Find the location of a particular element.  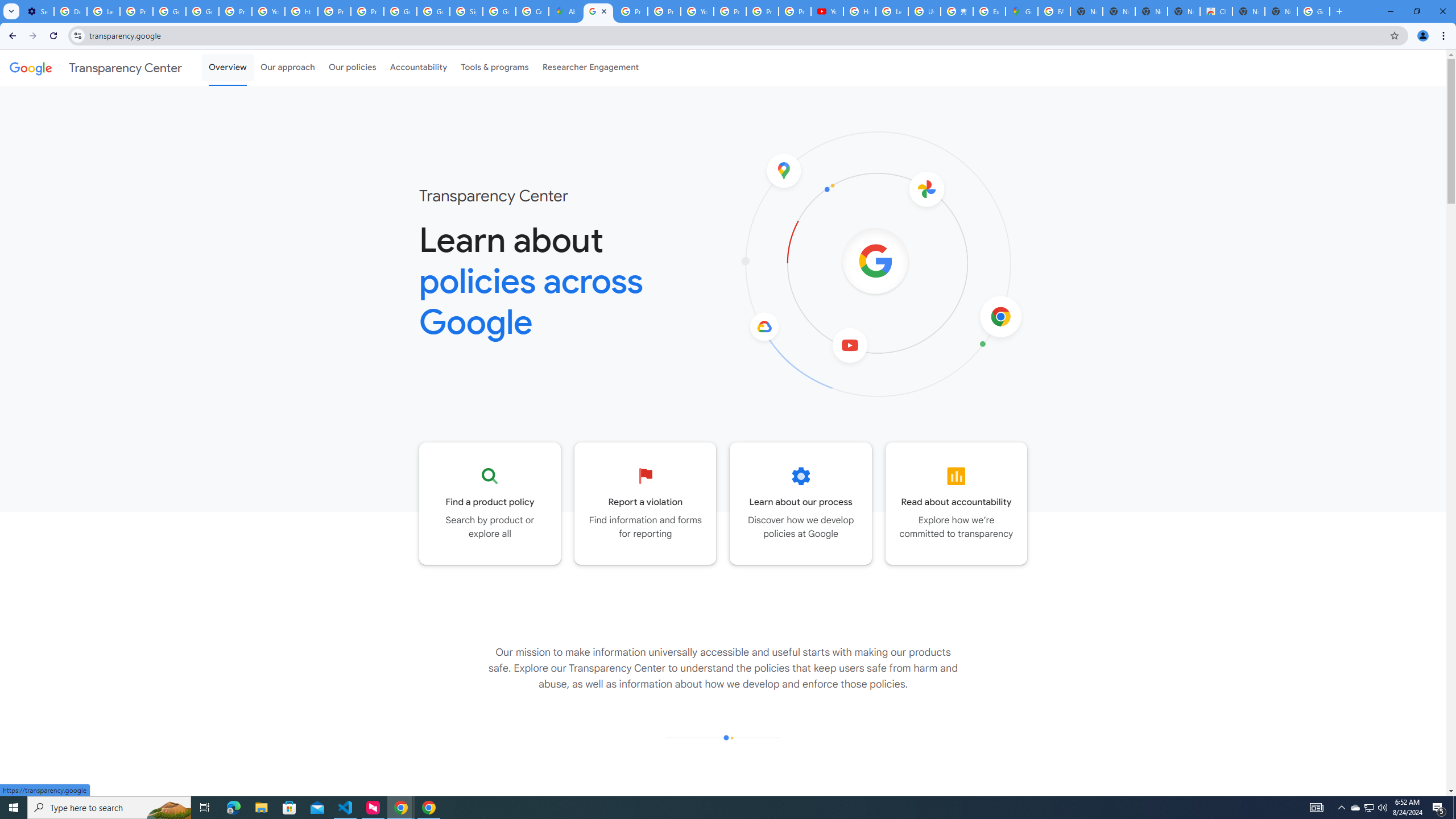

'New Tab' is located at coordinates (1280, 11).